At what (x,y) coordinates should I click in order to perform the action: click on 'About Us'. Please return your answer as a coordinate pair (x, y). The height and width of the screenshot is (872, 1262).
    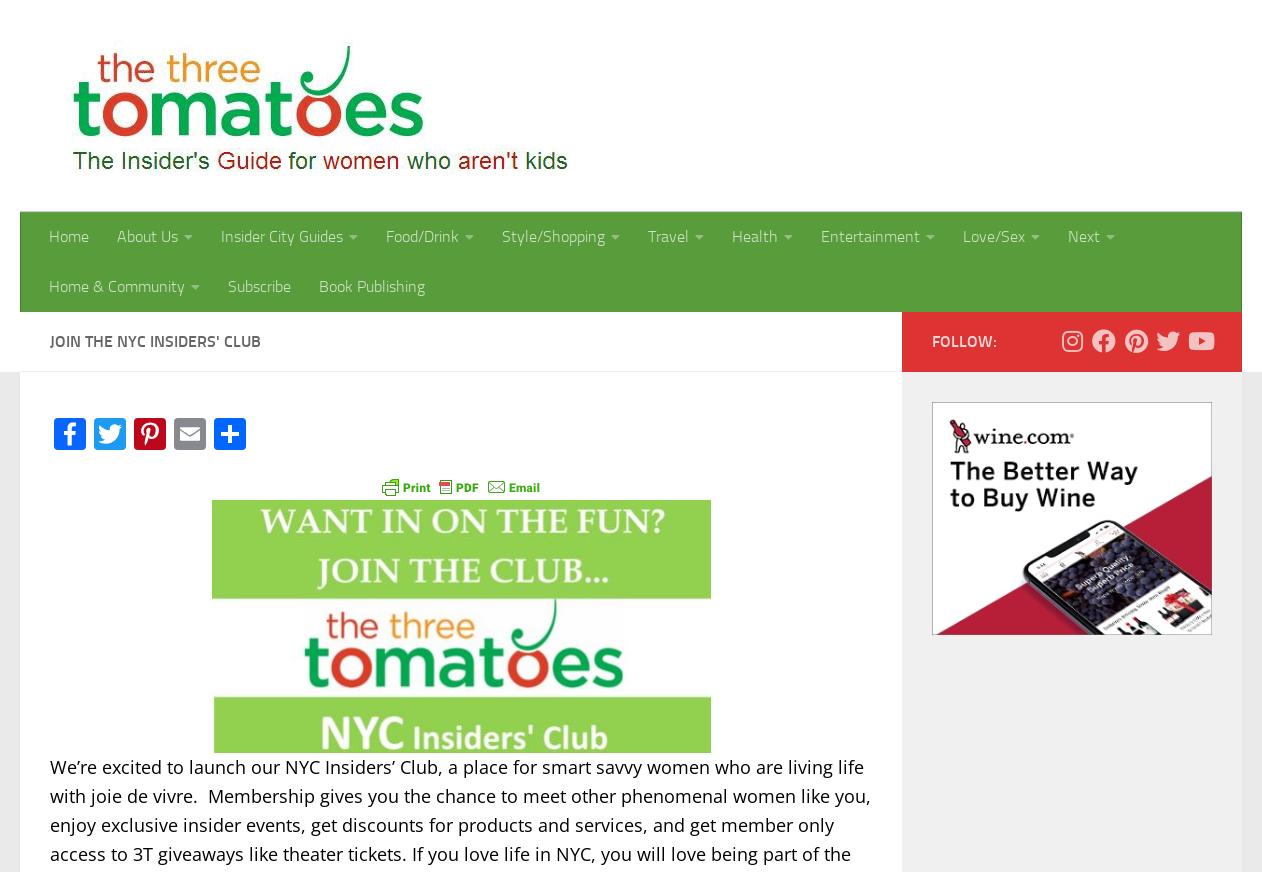
    Looking at the image, I should click on (146, 235).